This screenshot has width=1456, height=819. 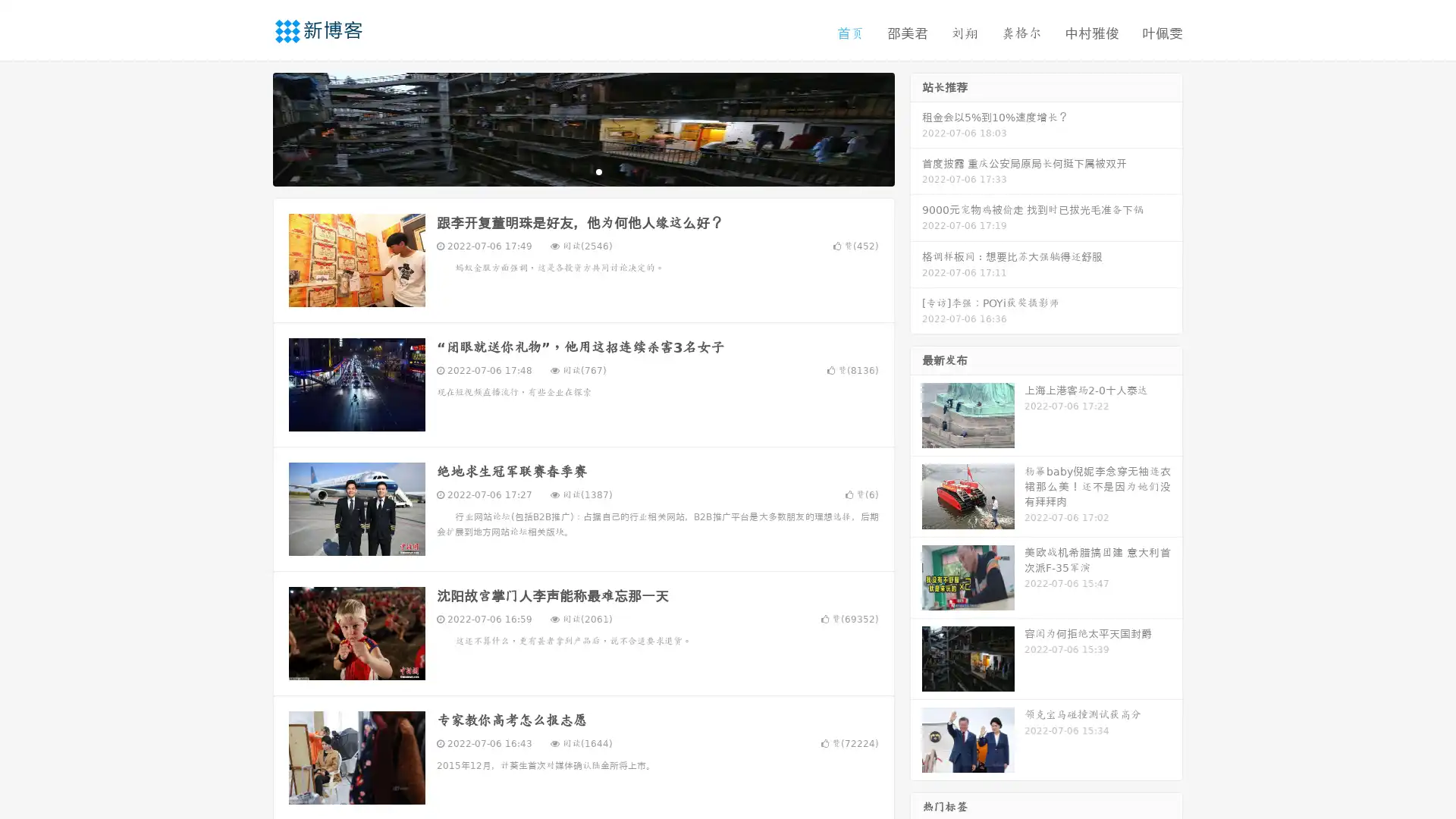 I want to click on Next slide, so click(x=916, y=127).